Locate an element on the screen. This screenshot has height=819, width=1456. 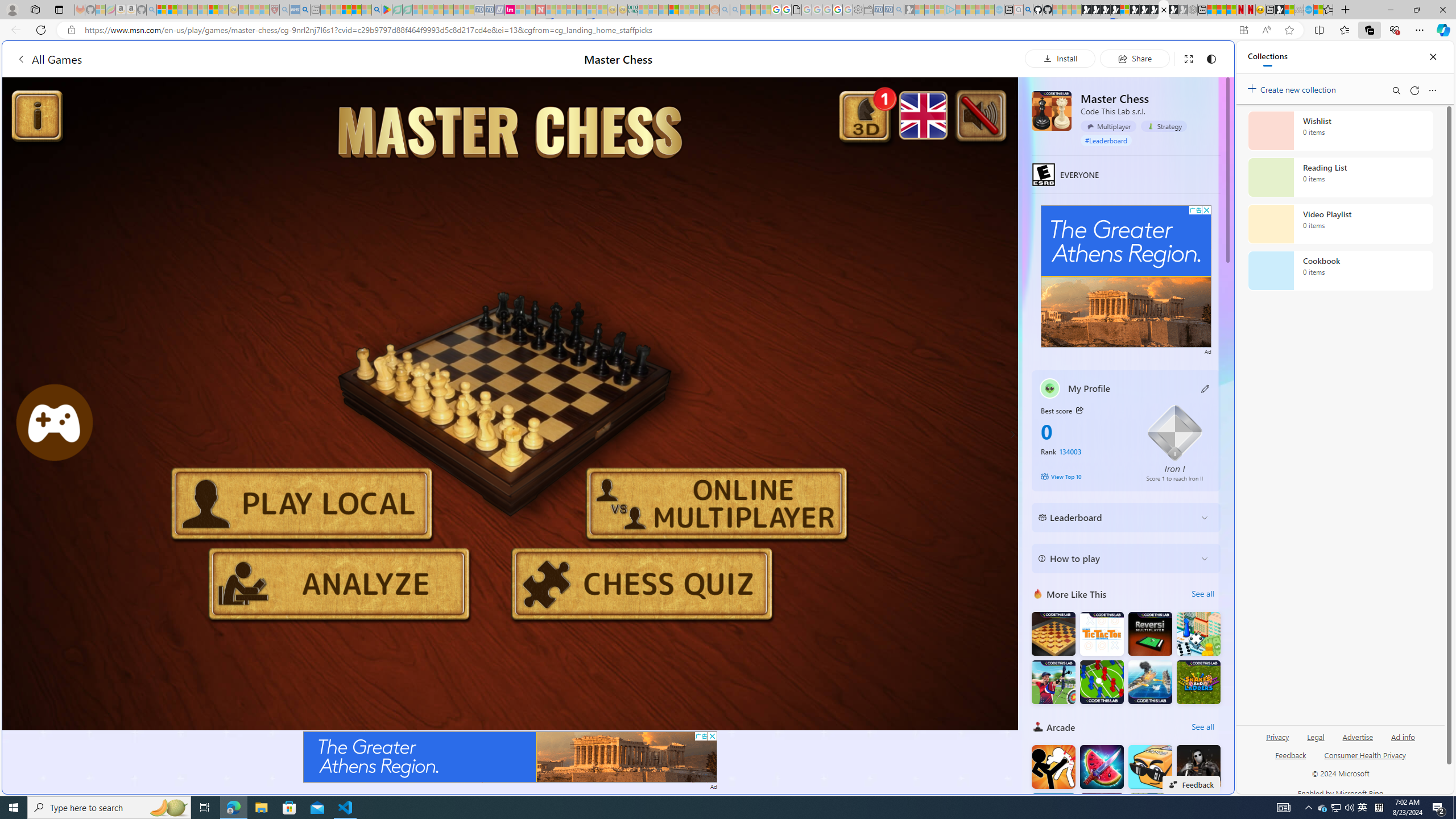
'Stickman fighter : Epic battle' is located at coordinates (1053, 814).